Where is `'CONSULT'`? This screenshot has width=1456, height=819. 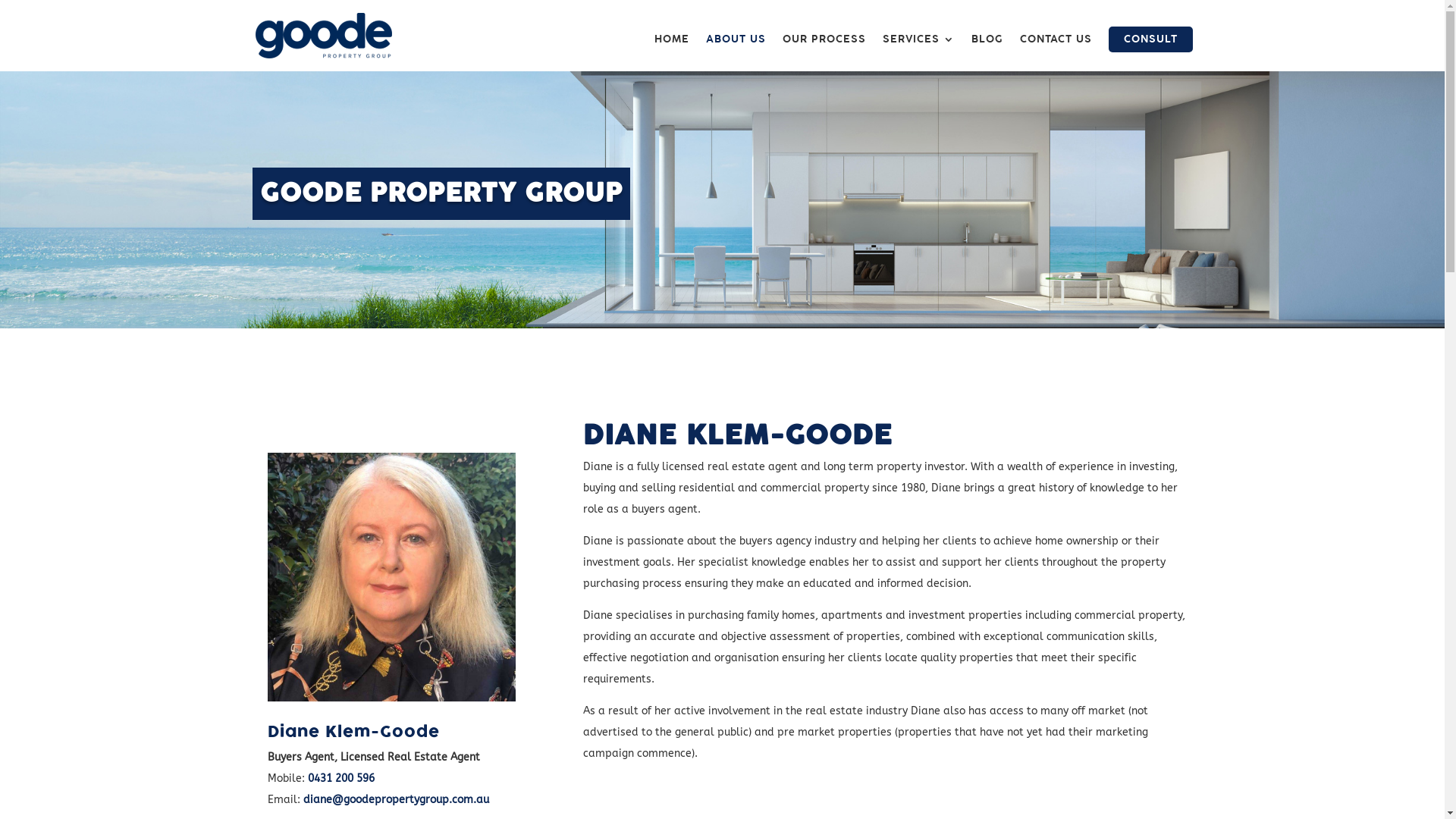 'CONSULT' is located at coordinates (1150, 38).